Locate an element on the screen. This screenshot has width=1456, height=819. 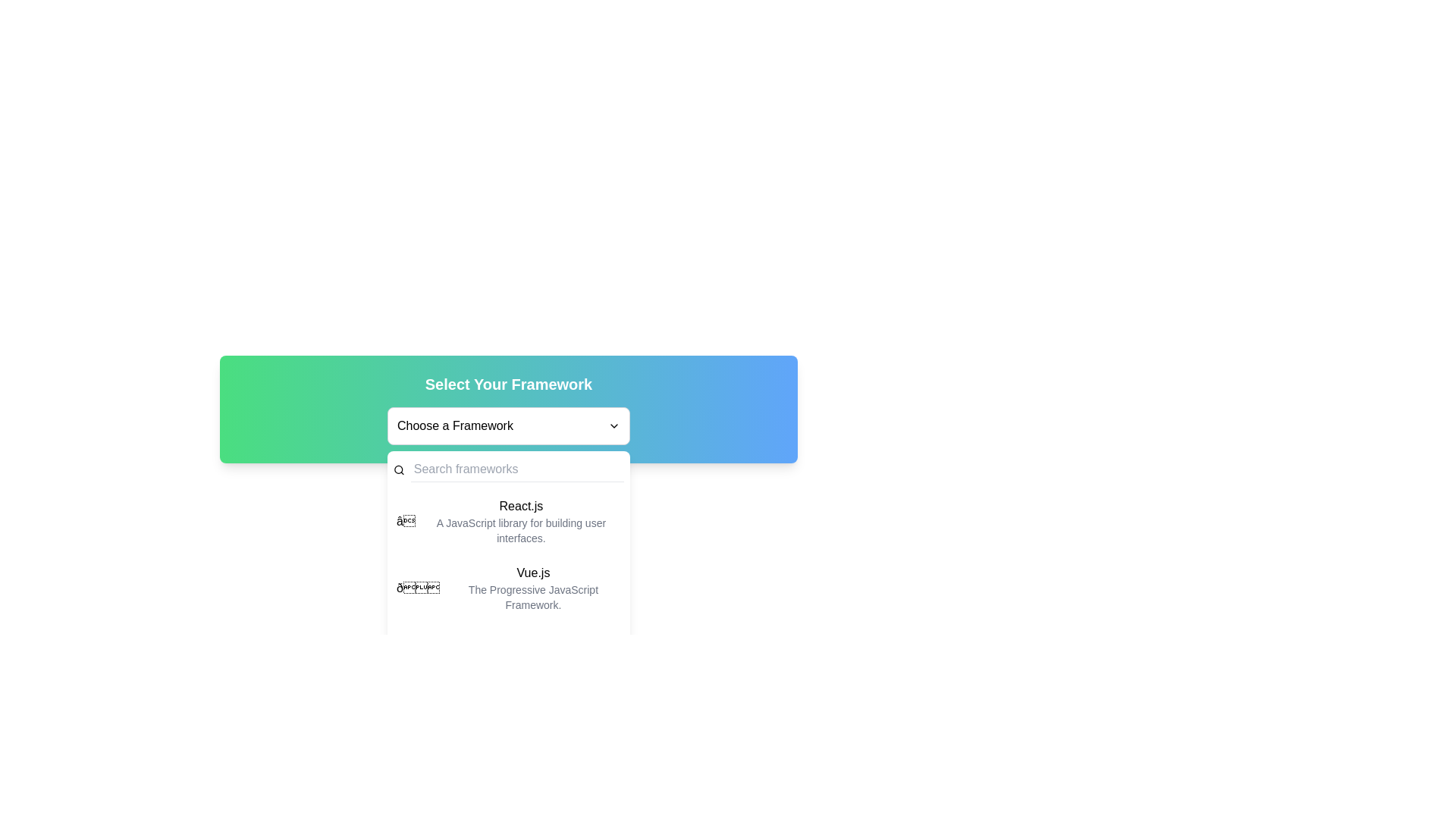
the decorative icon that signifies the search functionality, located to the immediate left of the 'Search frameworks' input field is located at coordinates (399, 469).